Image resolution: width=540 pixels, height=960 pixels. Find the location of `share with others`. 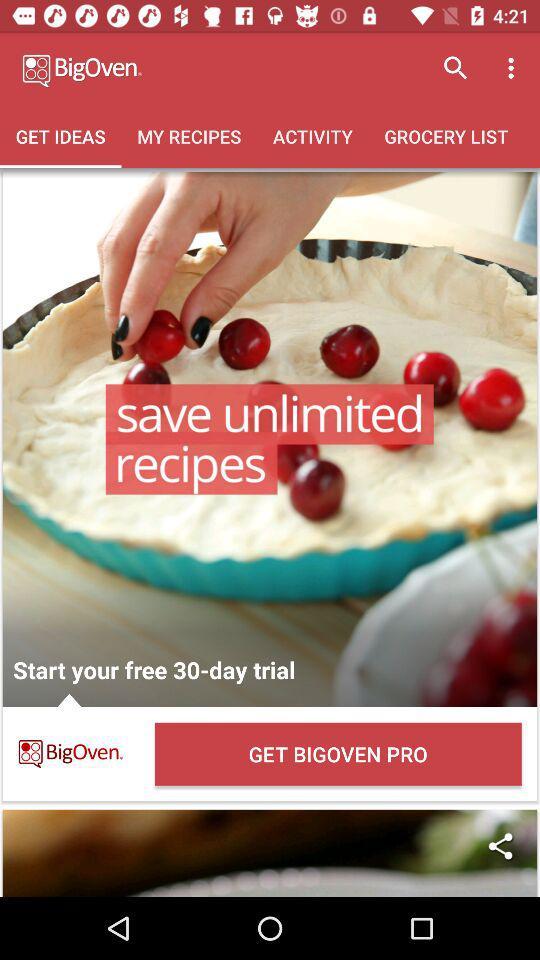

share with others is located at coordinates (270, 852).